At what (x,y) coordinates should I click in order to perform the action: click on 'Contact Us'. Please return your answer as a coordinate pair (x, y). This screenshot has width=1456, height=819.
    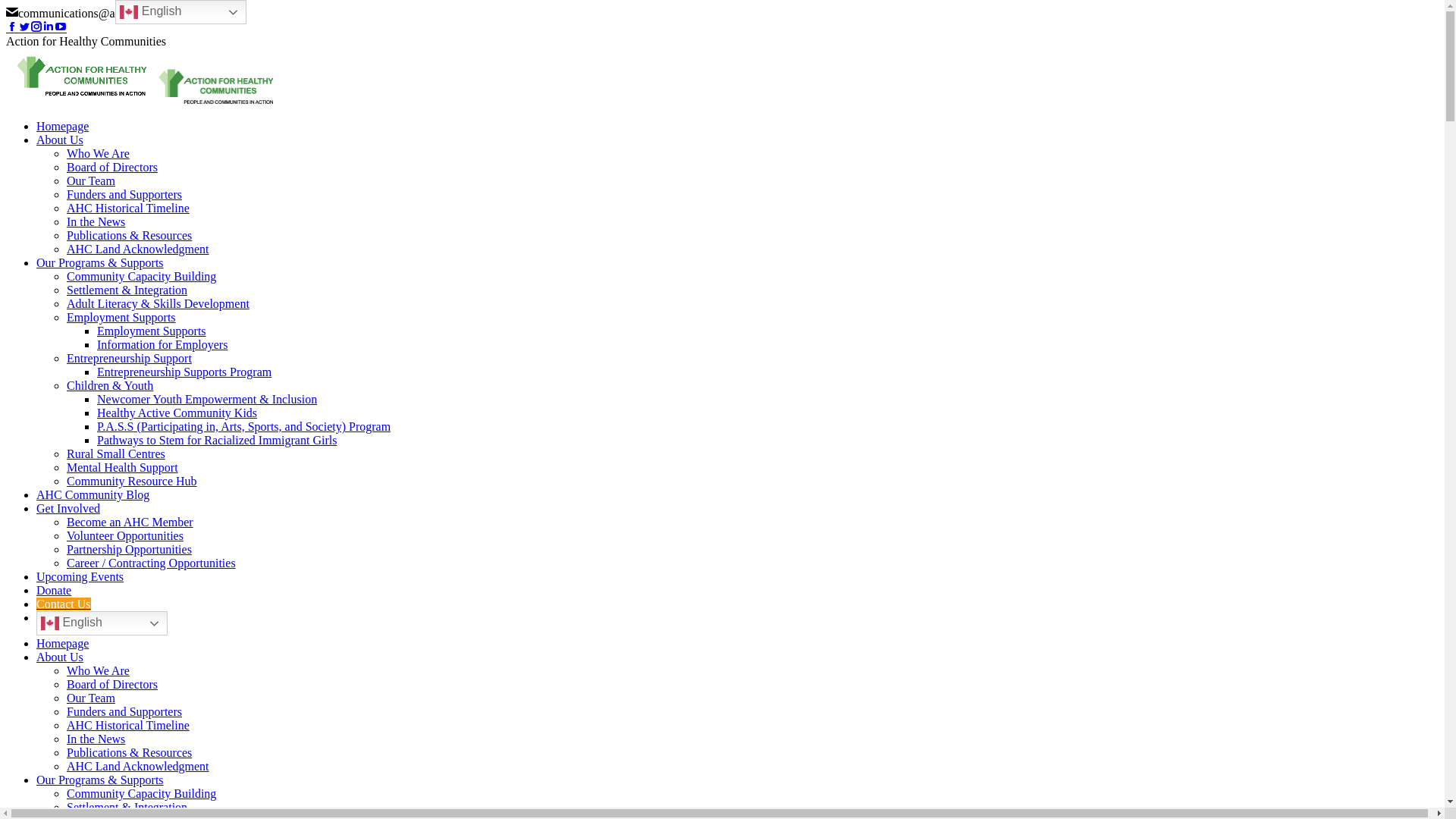
    Looking at the image, I should click on (62, 603).